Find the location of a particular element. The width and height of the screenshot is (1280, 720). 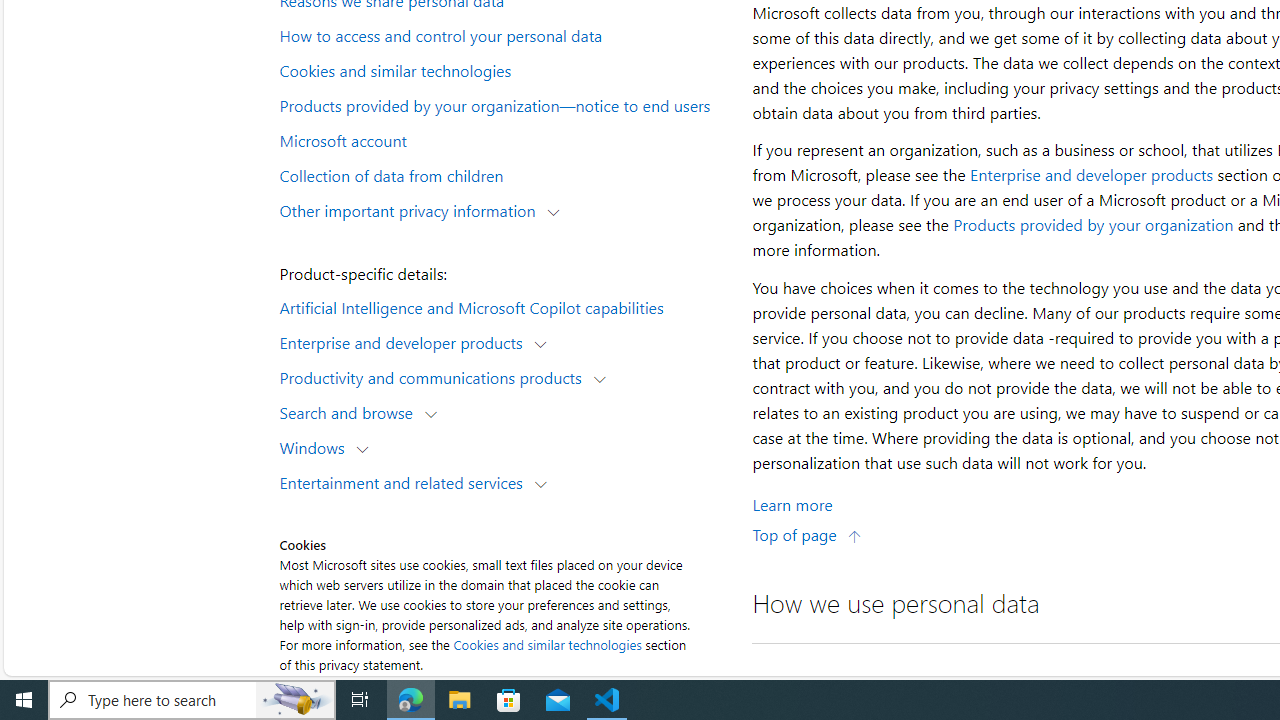

'Enterprise and developer products' is located at coordinates (1090, 173).